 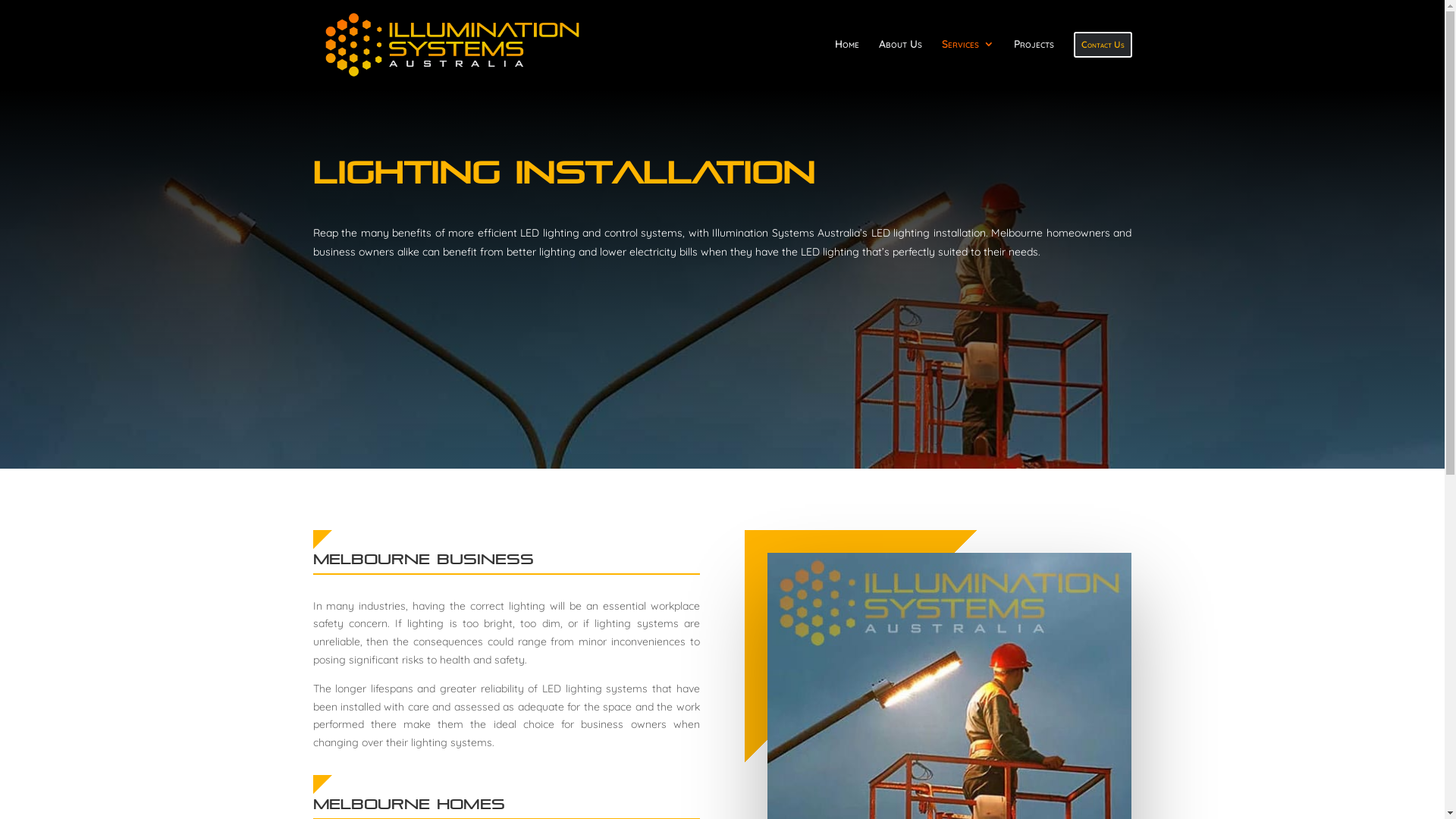 I want to click on 'About Us', so click(x=899, y=62).